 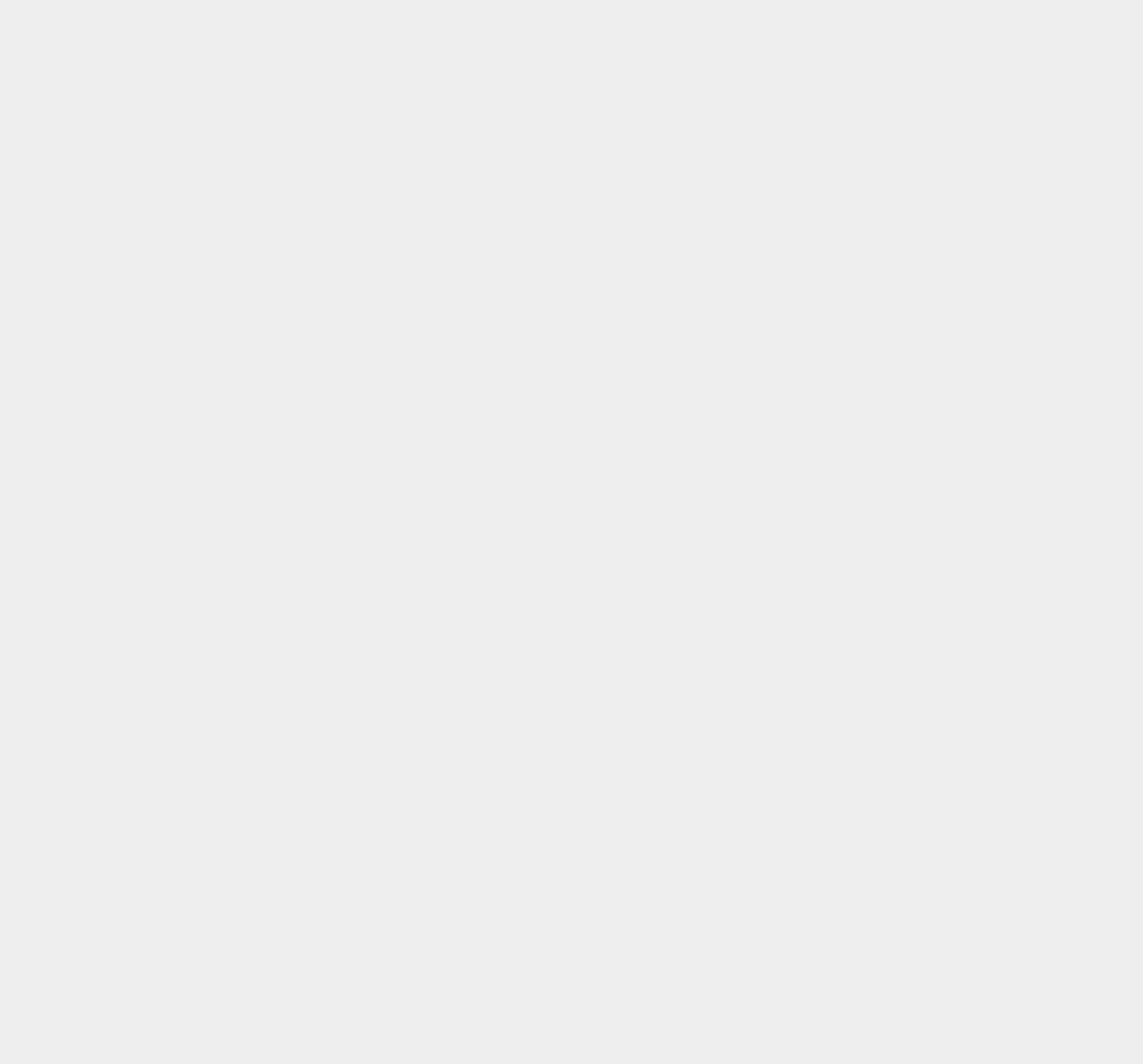 What do you see at coordinates (830, 405) in the screenshot?
I see `'iPadOS'` at bounding box center [830, 405].